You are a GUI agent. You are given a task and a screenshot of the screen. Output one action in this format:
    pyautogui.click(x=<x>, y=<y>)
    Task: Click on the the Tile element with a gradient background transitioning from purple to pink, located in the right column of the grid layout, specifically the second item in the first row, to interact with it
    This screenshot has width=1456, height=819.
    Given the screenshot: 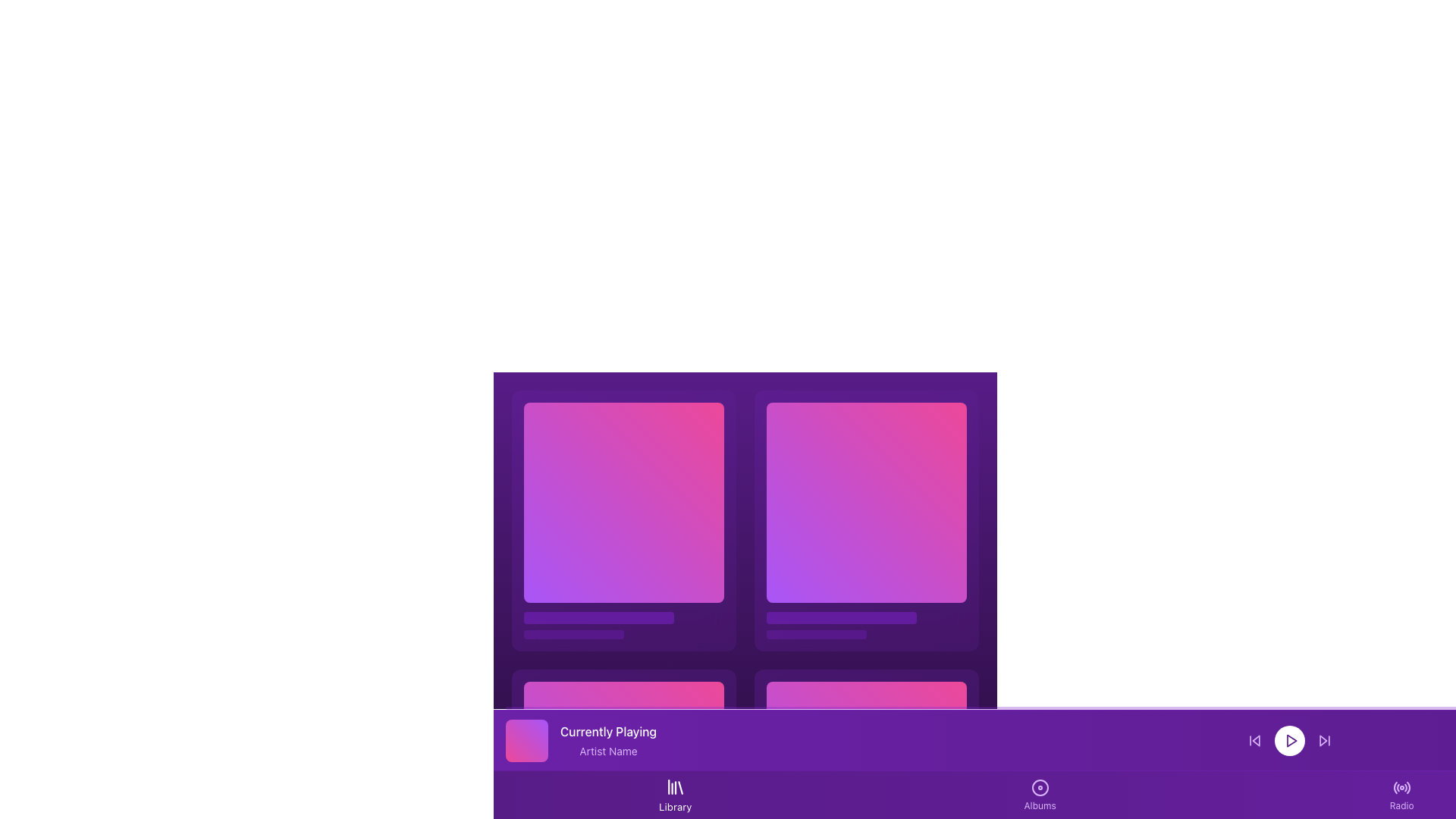 What is the action you would take?
    pyautogui.click(x=866, y=519)
    